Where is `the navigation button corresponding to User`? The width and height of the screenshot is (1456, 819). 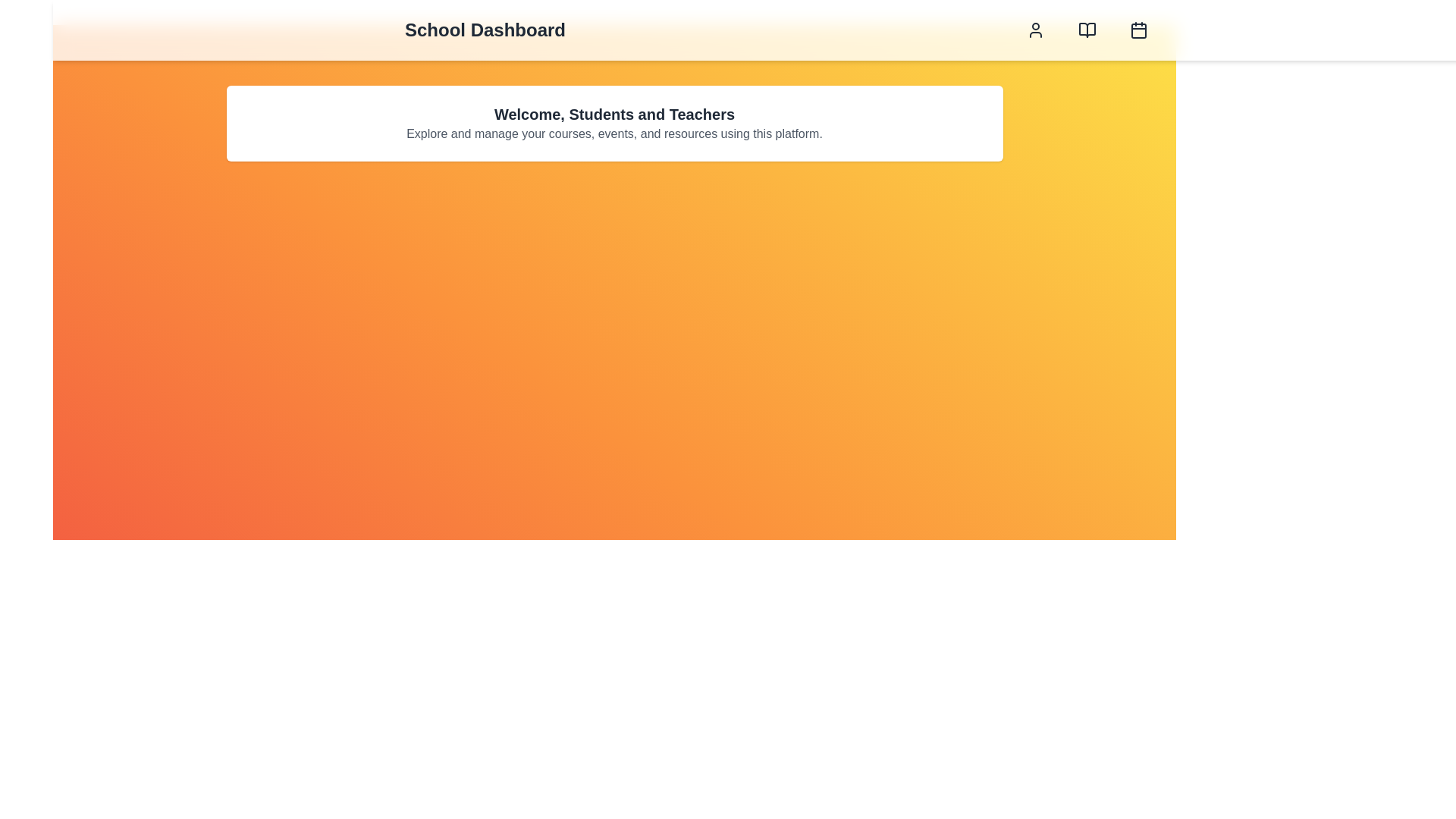
the navigation button corresponding to User is located at coordinates (1035, 30).